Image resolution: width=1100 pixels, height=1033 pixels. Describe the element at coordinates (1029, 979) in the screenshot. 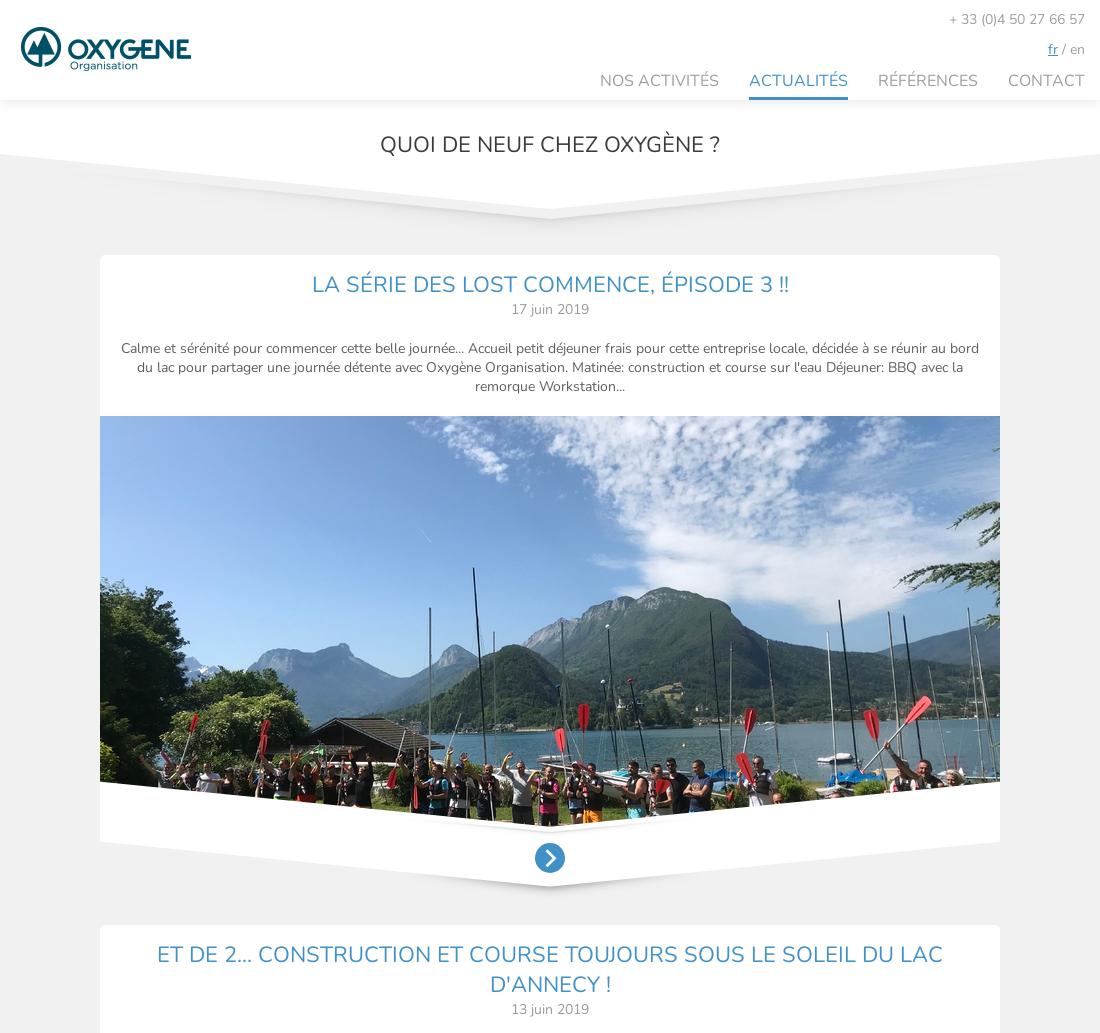

I see `'Pure Illusion'` at that location.